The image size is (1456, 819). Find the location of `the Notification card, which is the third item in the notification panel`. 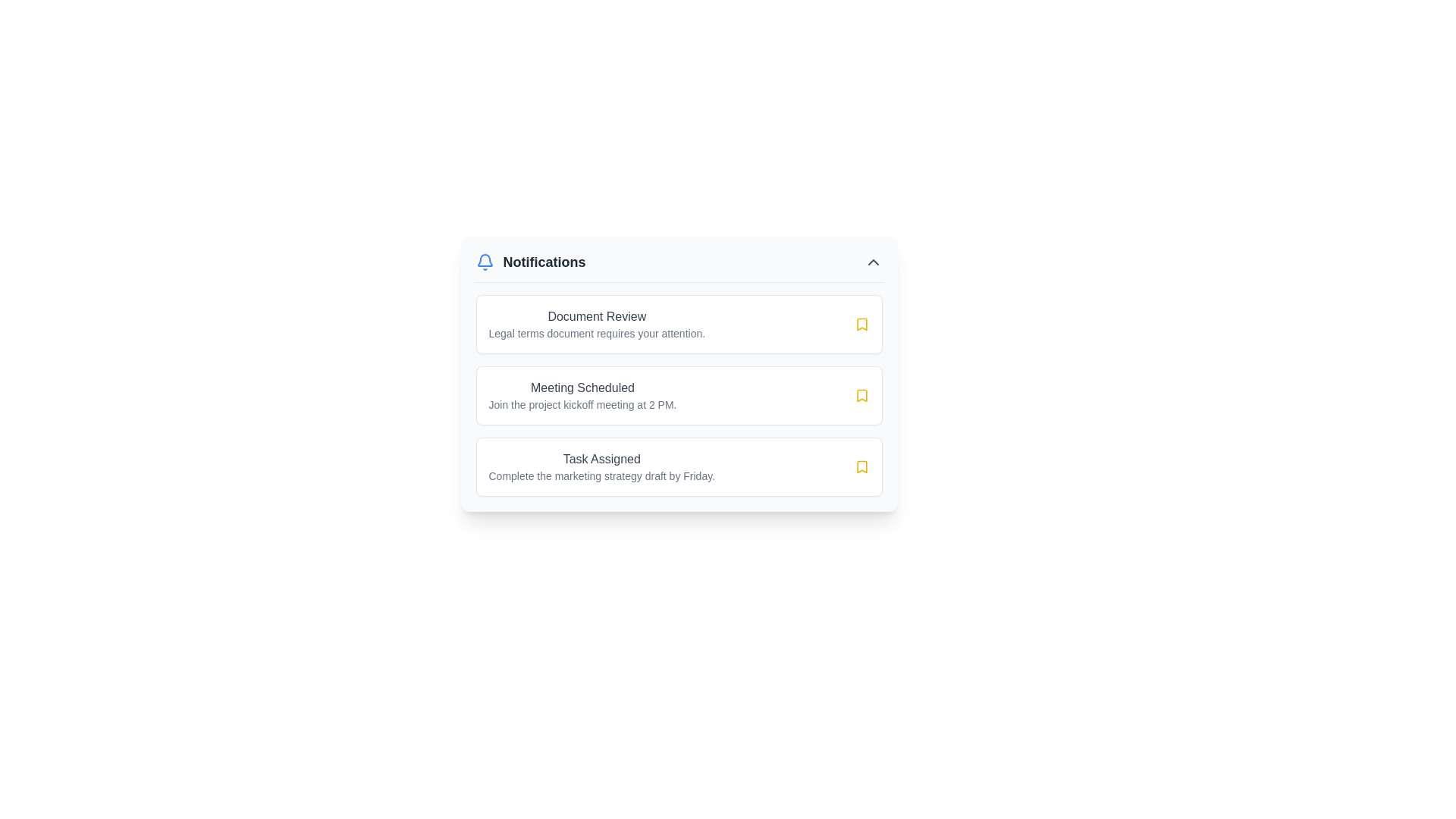

the Notification card, which is the third item in the notification panel is located at coordinates (678, 466).